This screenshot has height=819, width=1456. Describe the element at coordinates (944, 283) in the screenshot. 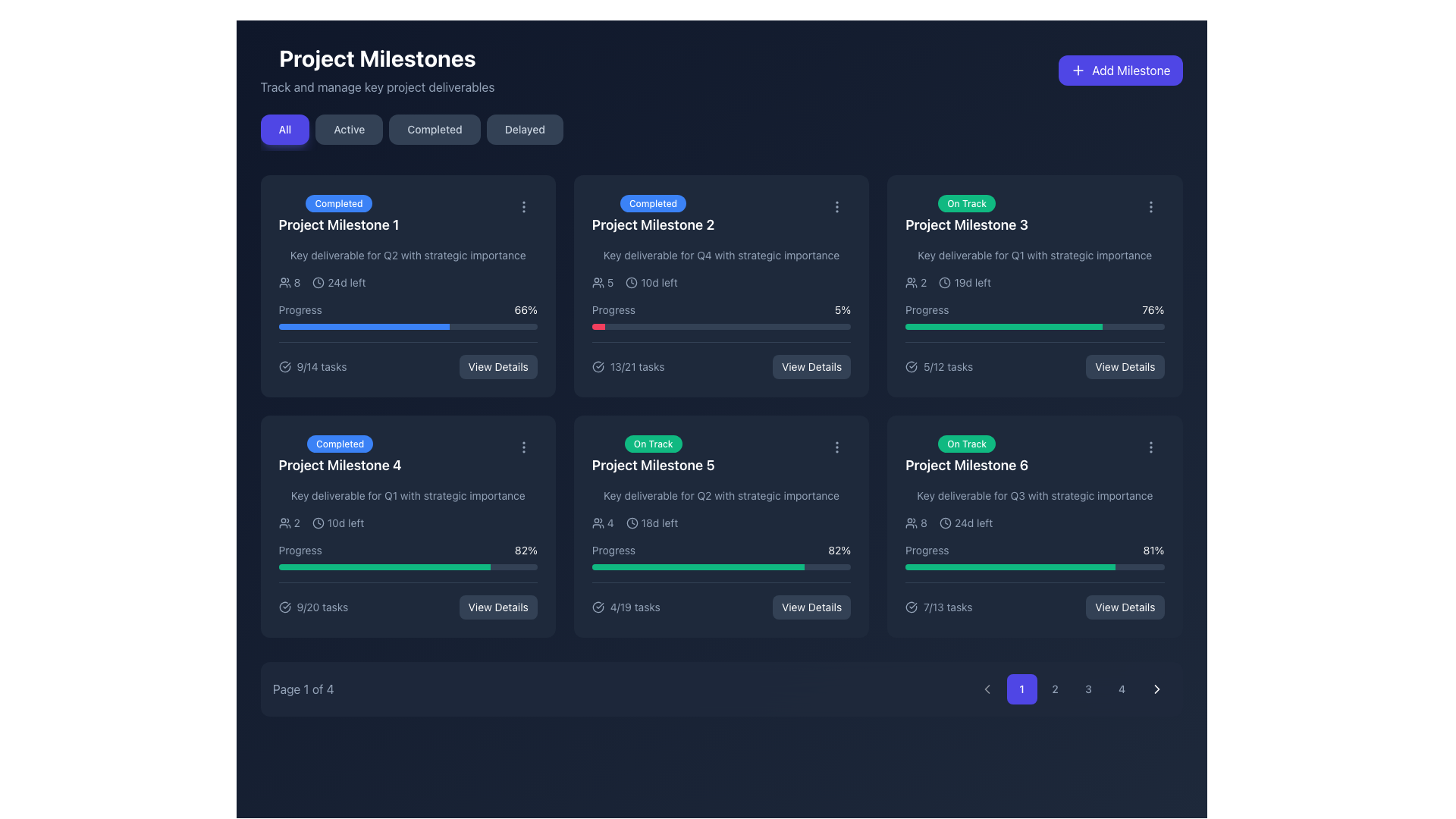

I see `the clock icon with a circular outline and clock hands, located in the top-right corner of the 'Project Milestone 3' card, next to the text '19d left'` at that location.